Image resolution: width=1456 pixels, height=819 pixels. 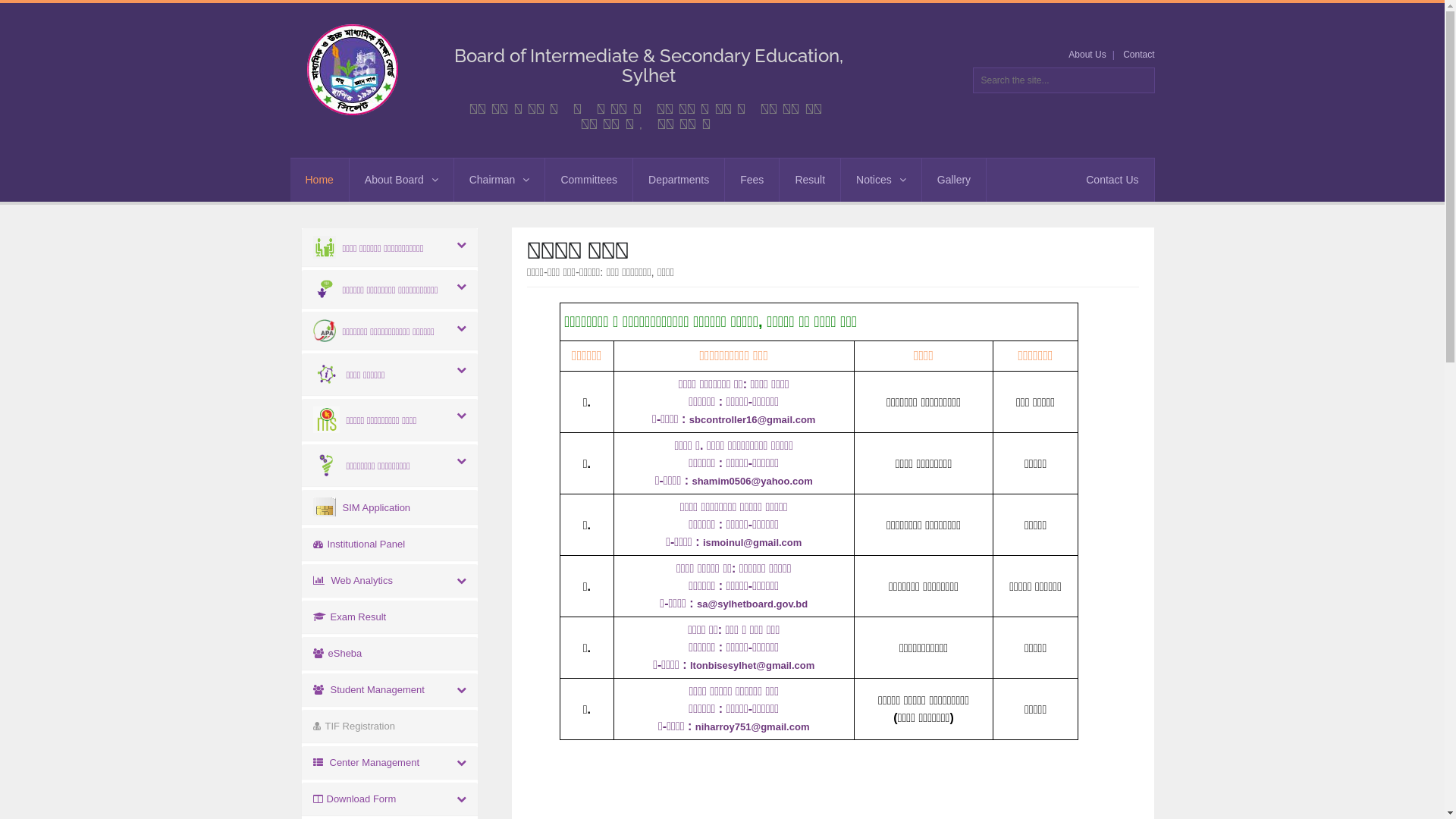 What do you see at coordinates (336, 652) in the screenshot?
I see `'  eSheba'` at bounding box center [336, 652].